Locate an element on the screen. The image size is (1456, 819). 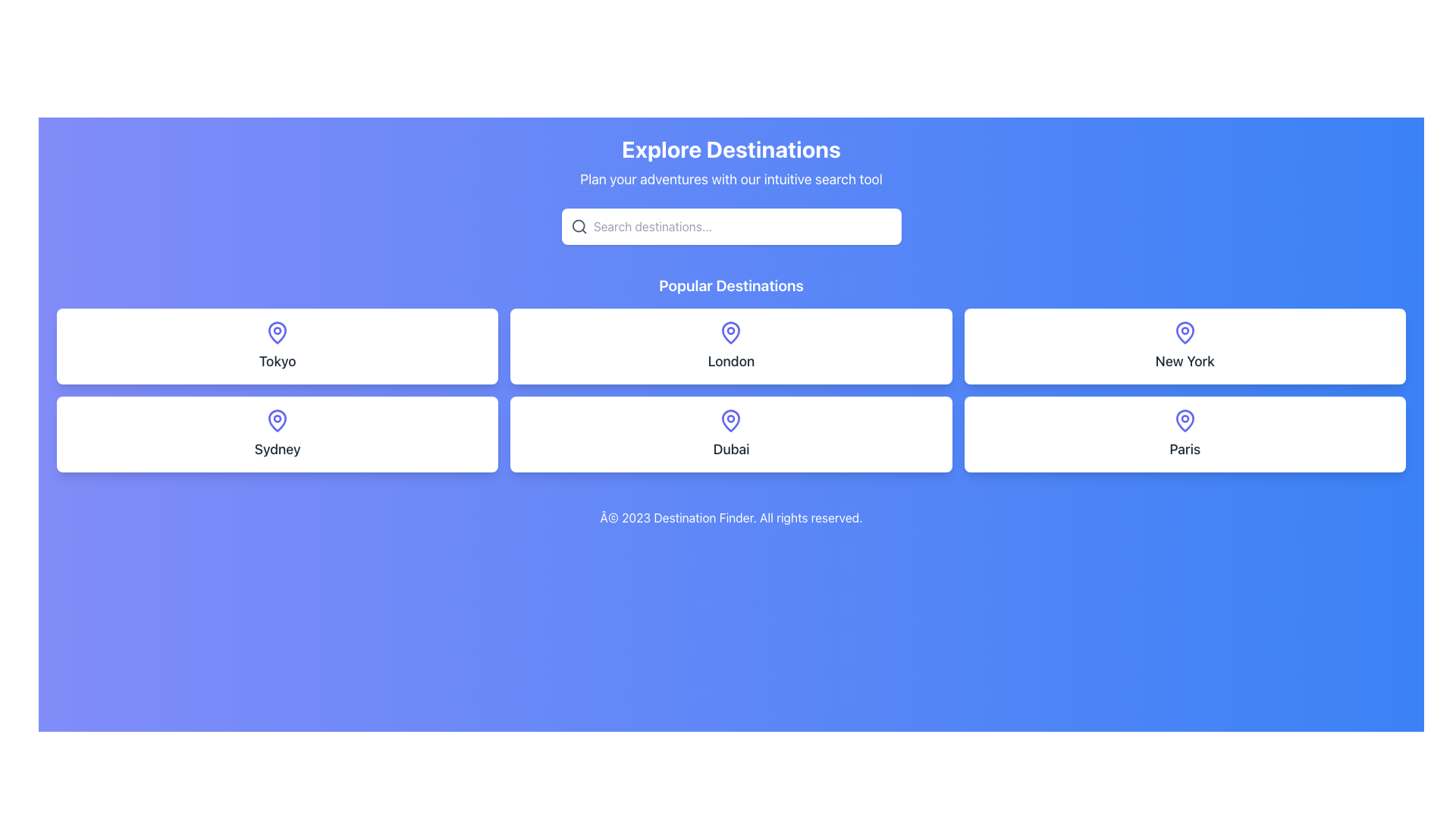
the text label that serves as a title for the section introducing popular destinations, positioned at the top-center of the grouped section below the search bar is located at coordinates (731, 286).